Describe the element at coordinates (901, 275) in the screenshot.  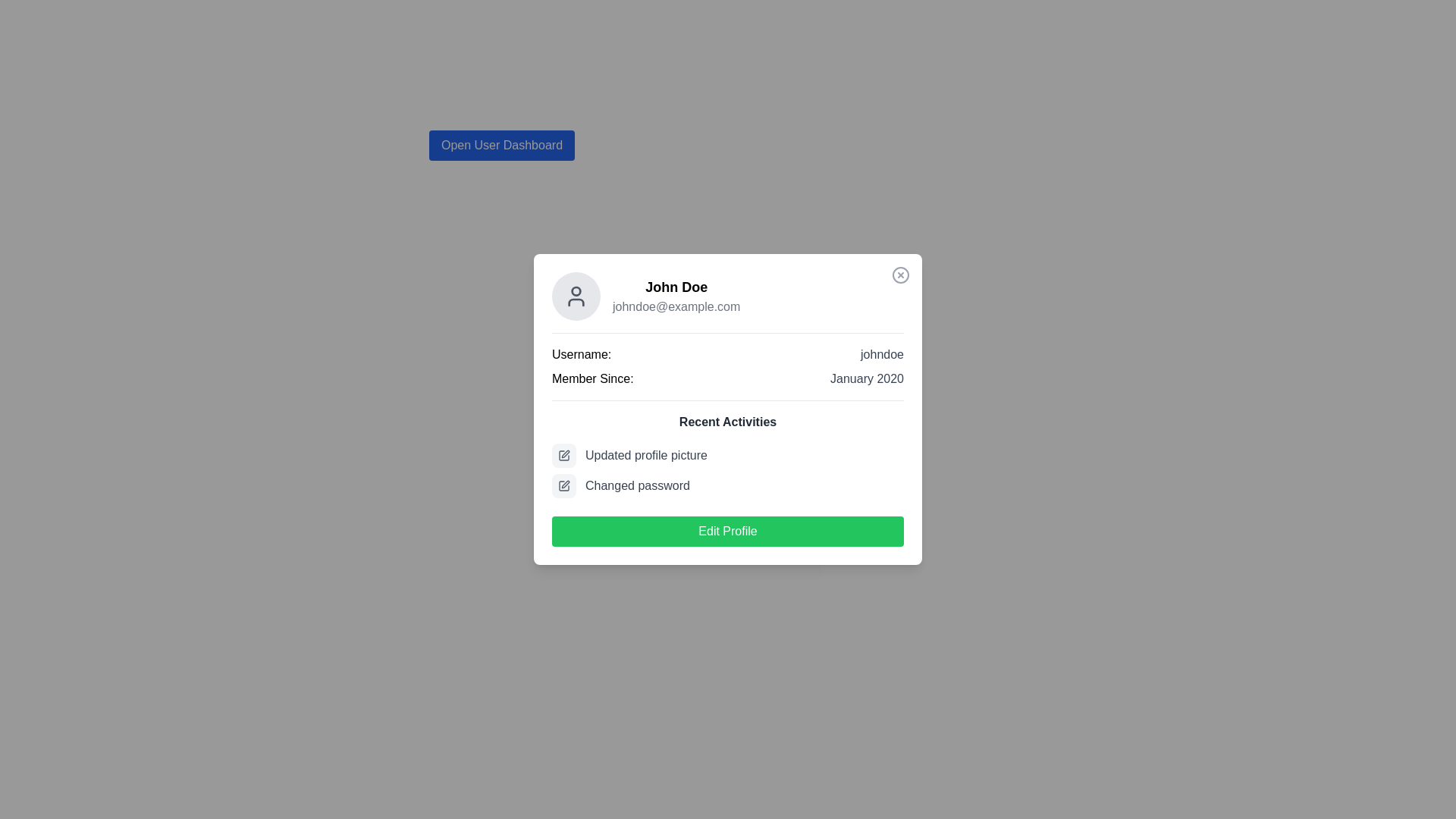
I see `the close icon located at the top-right corner of the user profile card` at that location.